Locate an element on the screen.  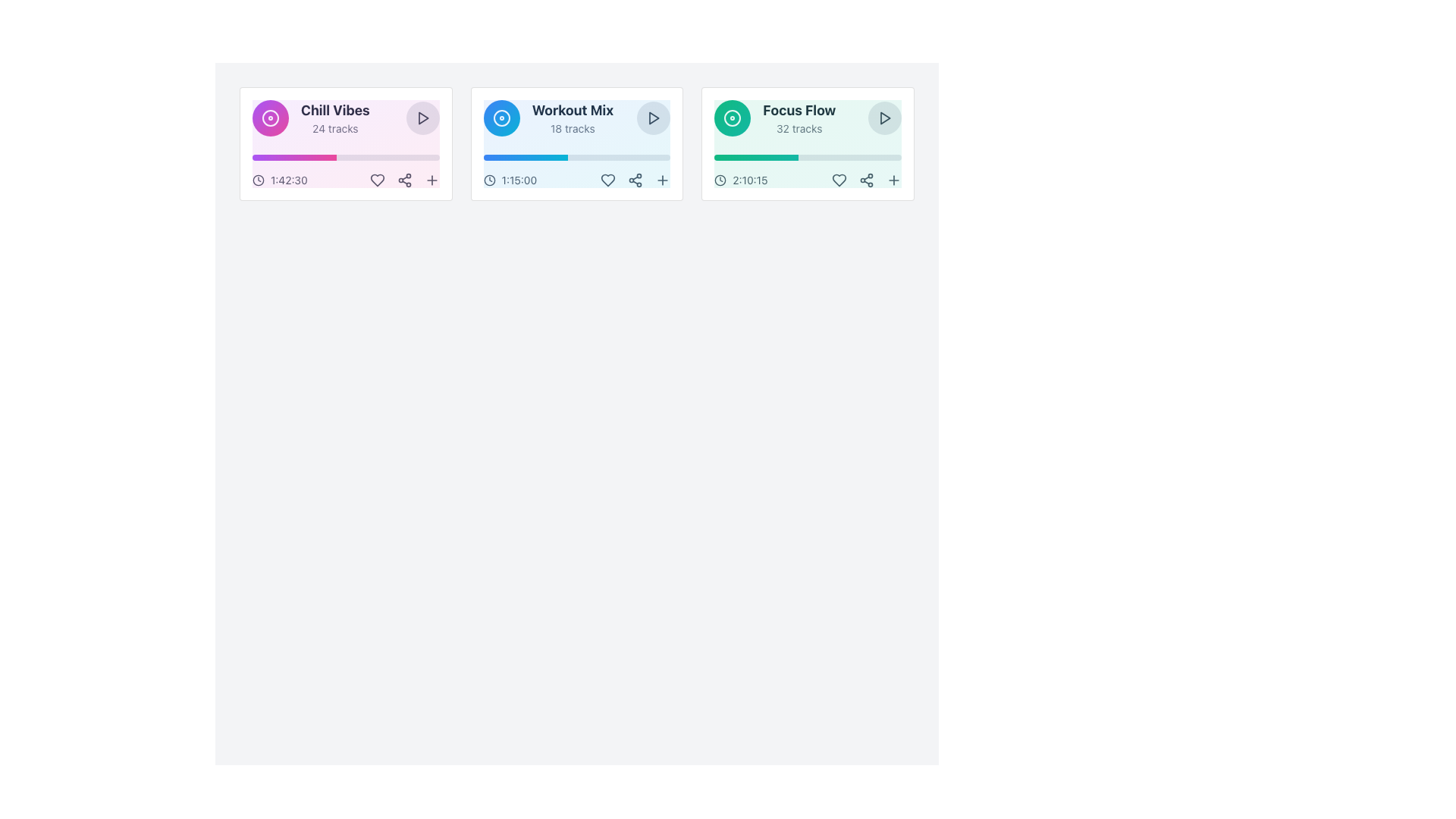
time duration displayed in the Text with icon component, which shows '1:15:00' next to a clock icon is located at coordinates (510, 180).